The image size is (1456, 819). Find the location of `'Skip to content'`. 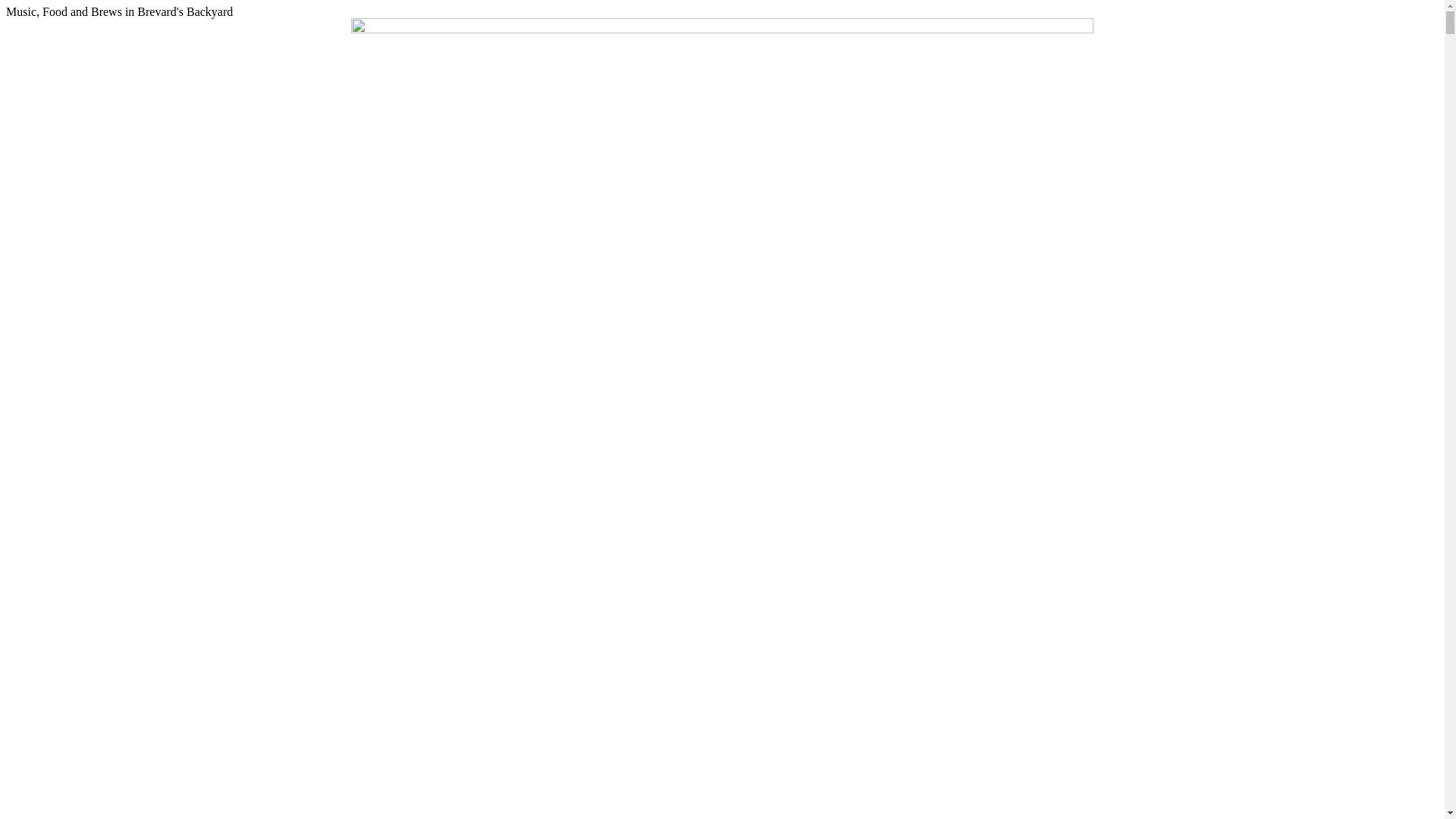

'Skip to content' is located at coordinates (5, 5).